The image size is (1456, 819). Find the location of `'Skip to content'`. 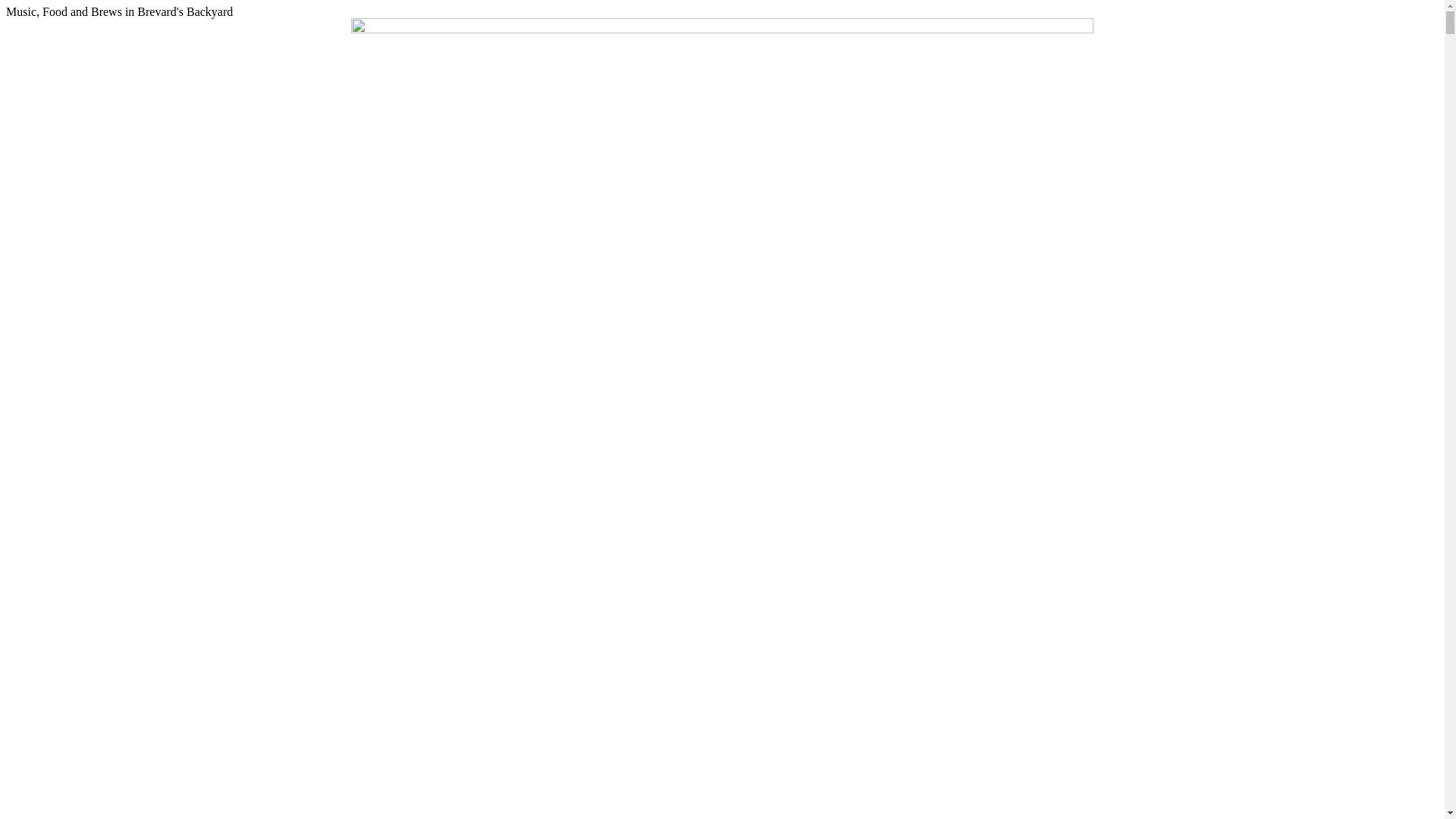

'Skip to content' is located at coordinates (5, 5).